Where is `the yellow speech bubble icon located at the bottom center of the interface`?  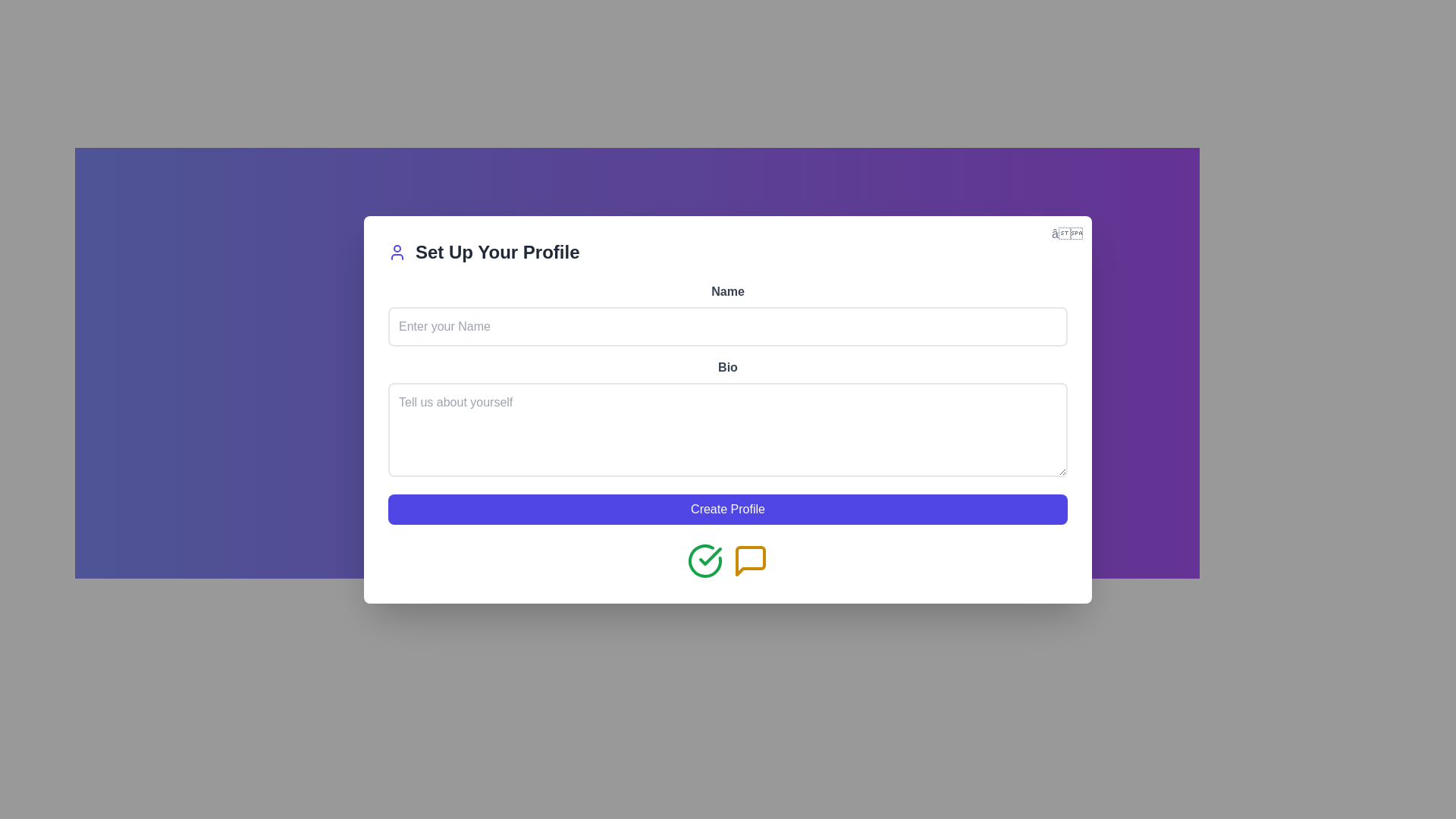
the yellow speech bubble icon located at the bottom center of the interface is located at coordinates (750, 560).